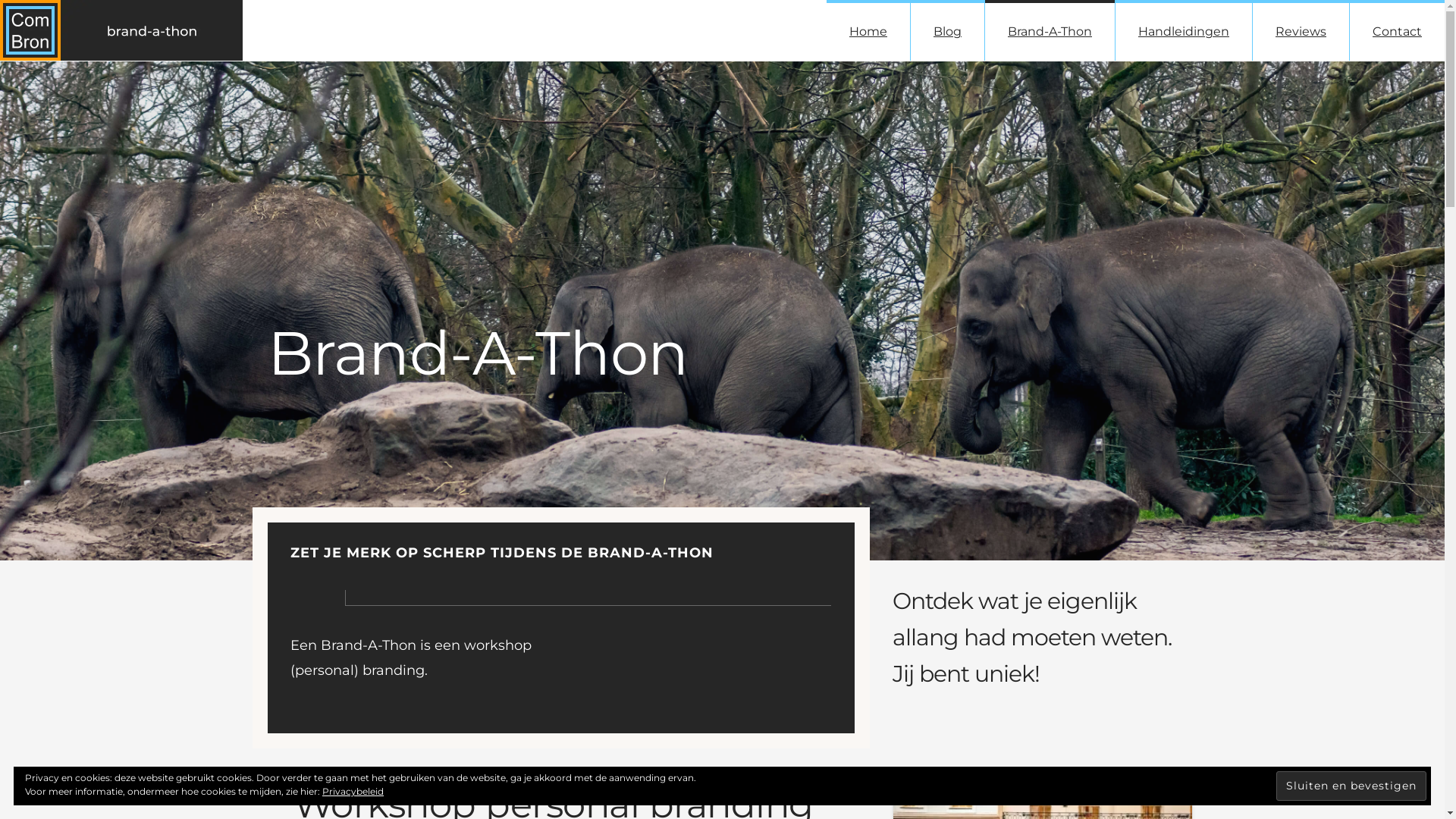 The image size is (1456, 819). I want to click on 'Contact', so click(1396, 30).